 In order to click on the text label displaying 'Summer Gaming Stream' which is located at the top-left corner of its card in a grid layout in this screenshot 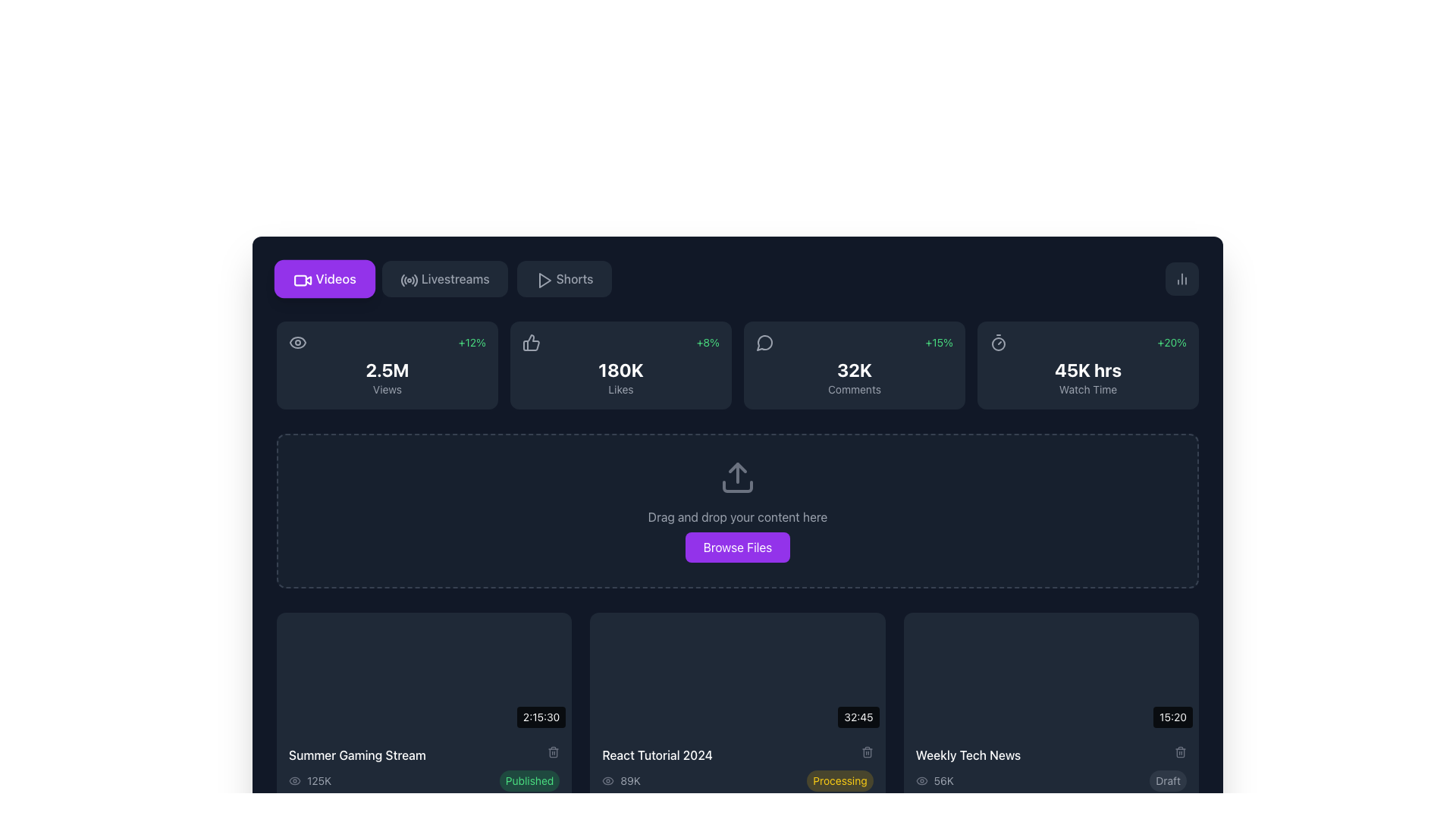, I will do `click(424, 755)`.